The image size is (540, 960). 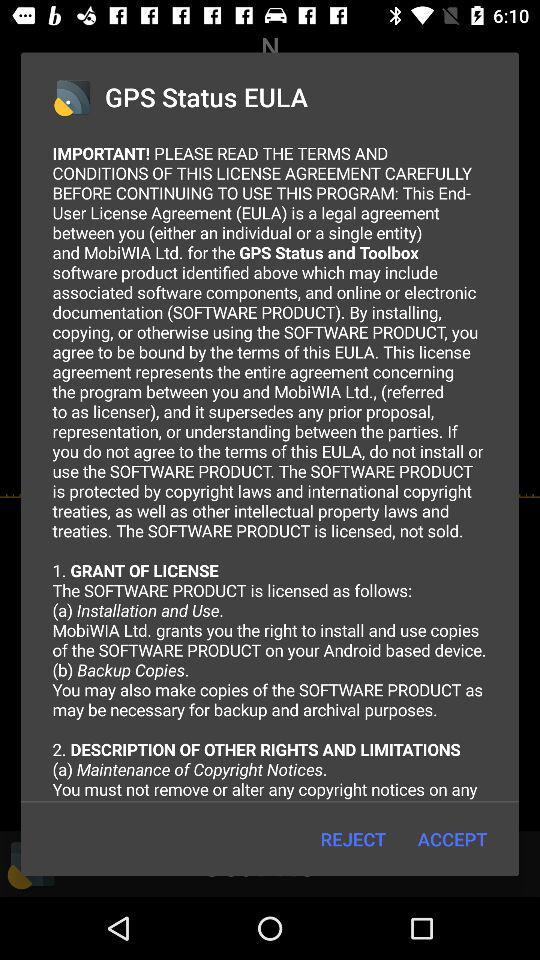 What do you see at coordinates (352, 839) in the screenshot?
I see `the item at the bottom` at bounding box center [352, 839].